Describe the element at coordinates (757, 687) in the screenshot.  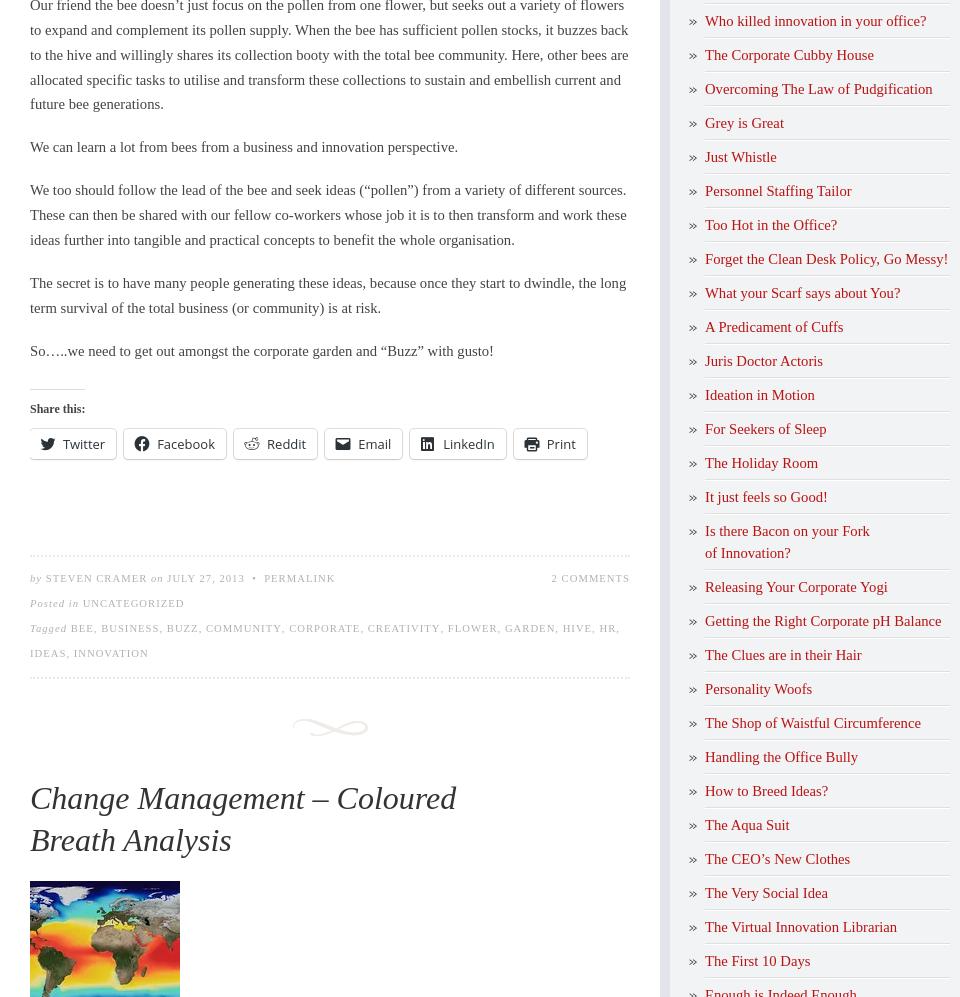
I see `'Personality Woofs'` at that location.